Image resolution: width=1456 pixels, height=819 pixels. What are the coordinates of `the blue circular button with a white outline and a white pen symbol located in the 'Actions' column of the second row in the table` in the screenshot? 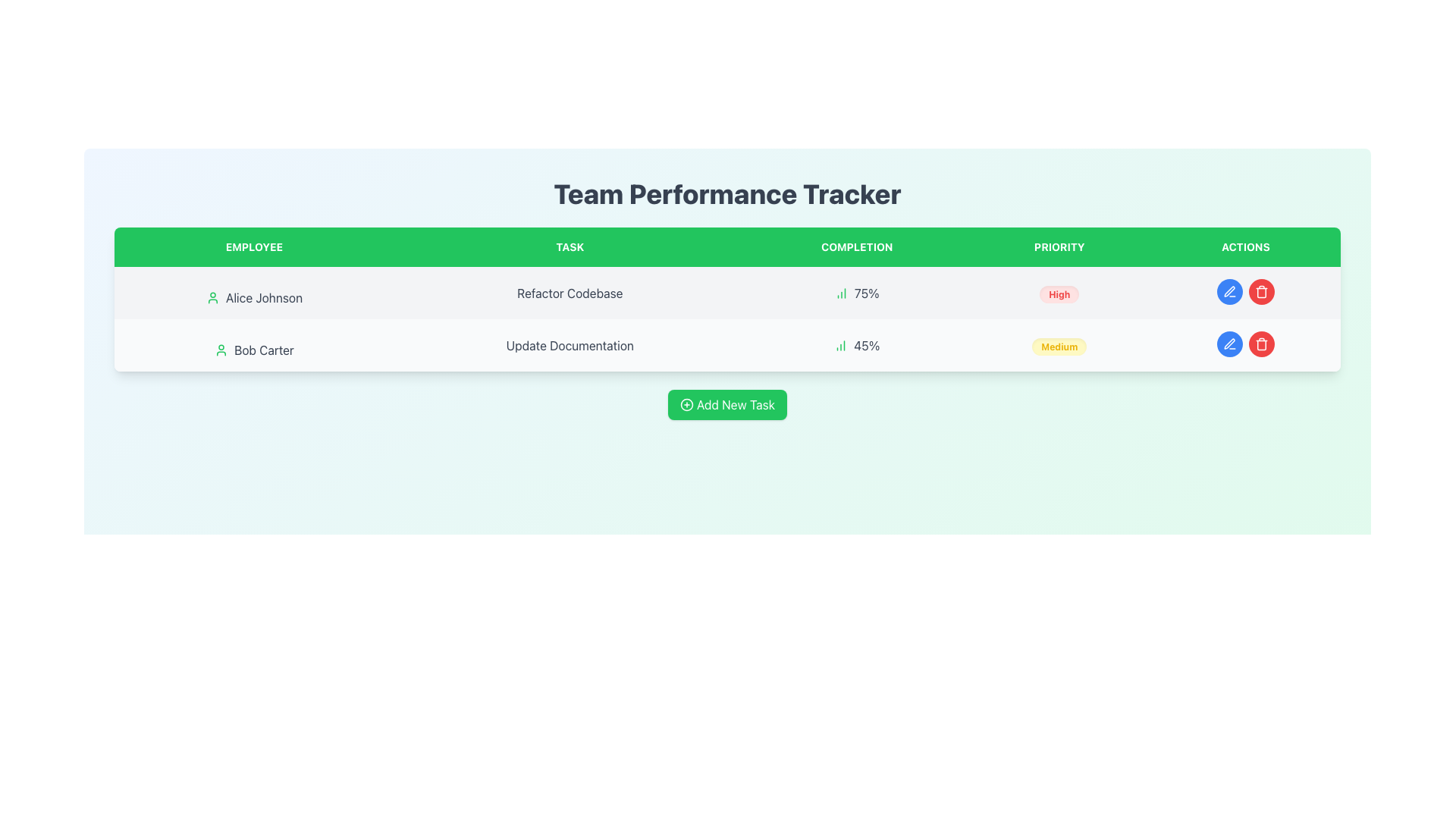 It's located at (1229, 292).